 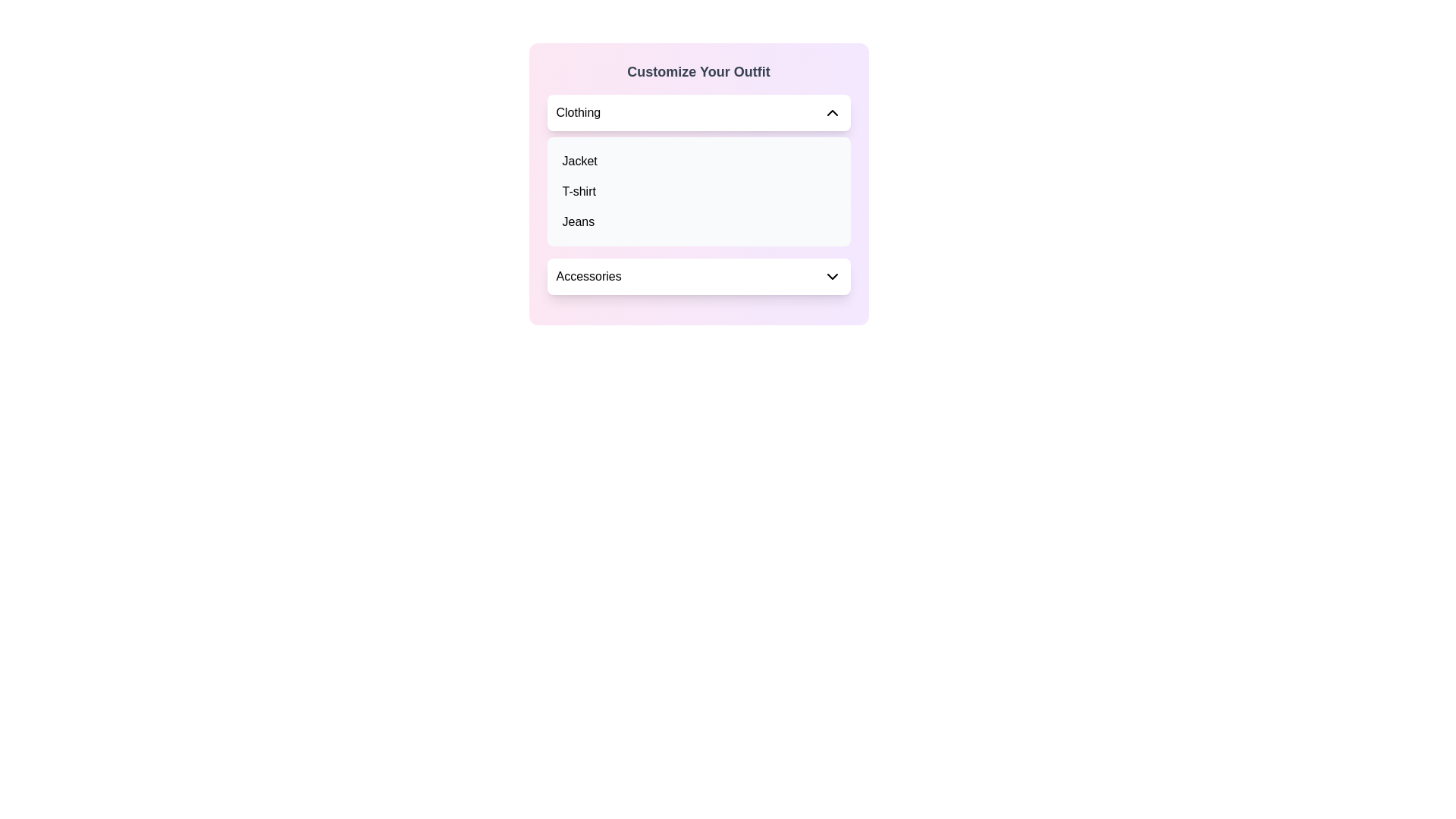 What do you see at coordinates (577, 222) in the screenshot?
I see `the 'Jeans' option in the dropdown list located in the 'Clothing' section of the 'Customize Your Outfit' interface` at bounding box center [577, 222].